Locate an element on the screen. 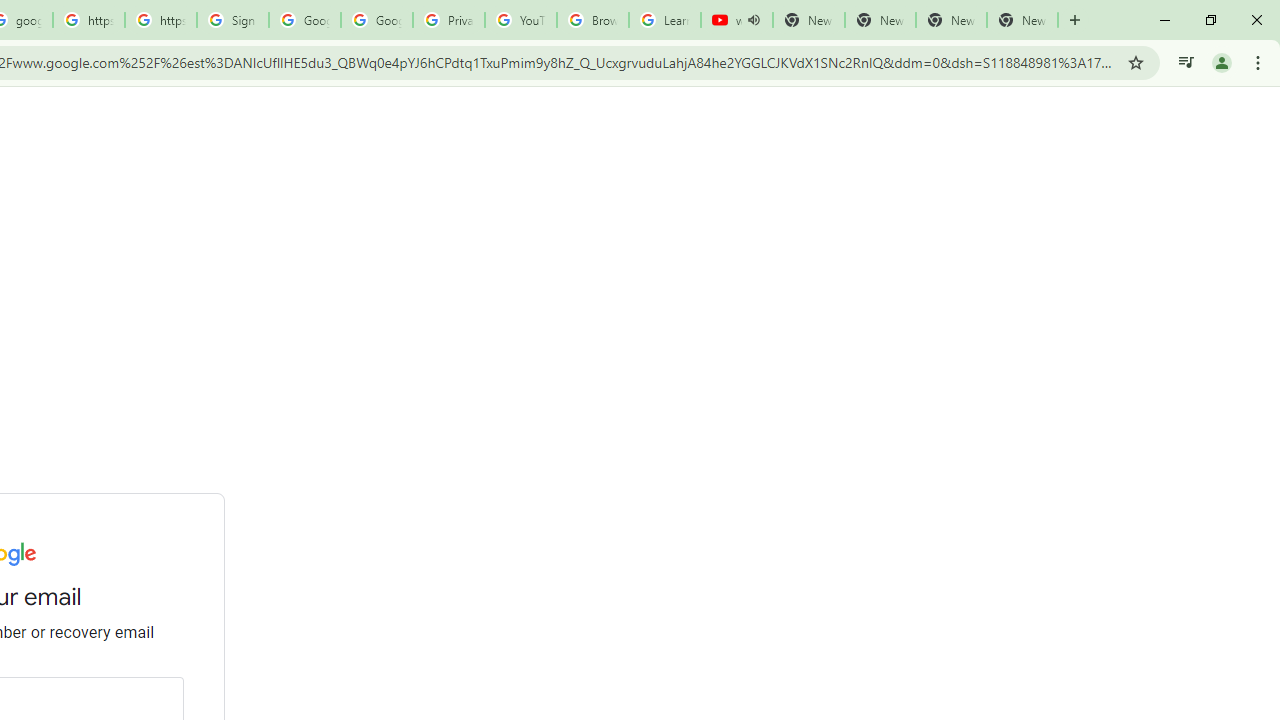  'Control your music, videos, and more' is located at coordinates (1185, 61).